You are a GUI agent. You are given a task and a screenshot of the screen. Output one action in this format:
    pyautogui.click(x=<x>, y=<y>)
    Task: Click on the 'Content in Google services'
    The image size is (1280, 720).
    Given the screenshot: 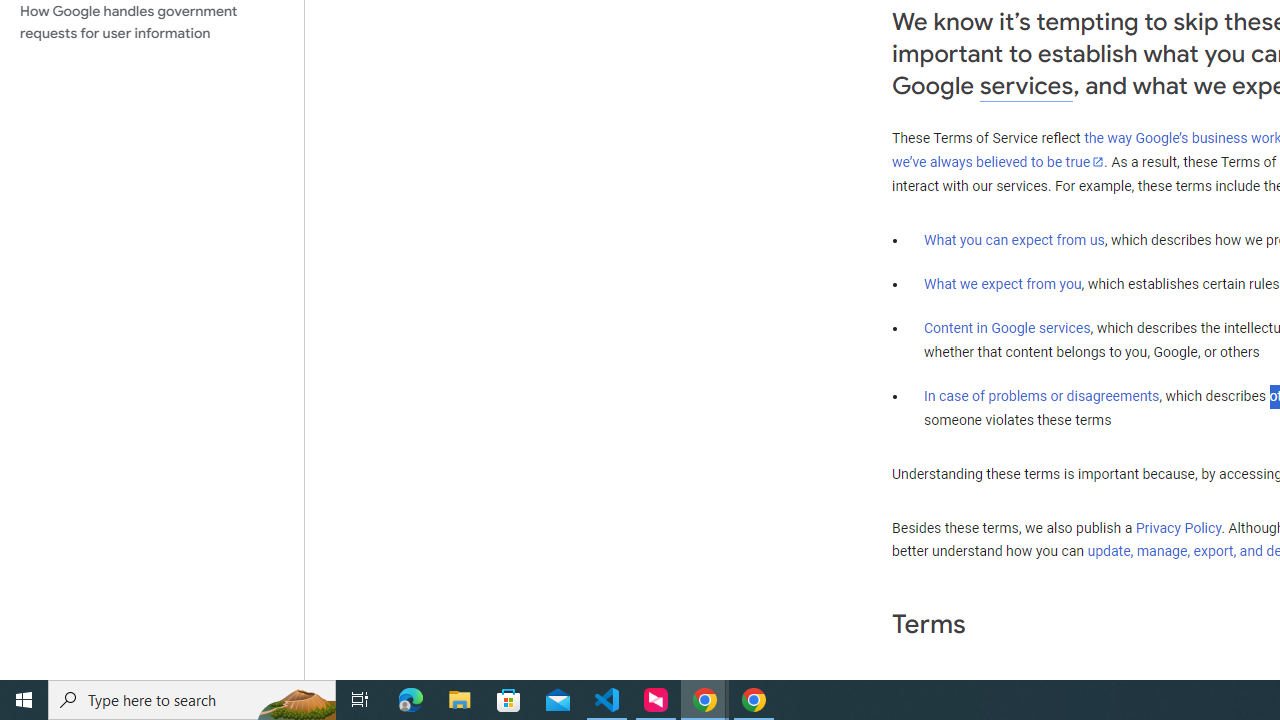 What is the action you would take?
    pyautogui.click(x=1007, y=326)
    